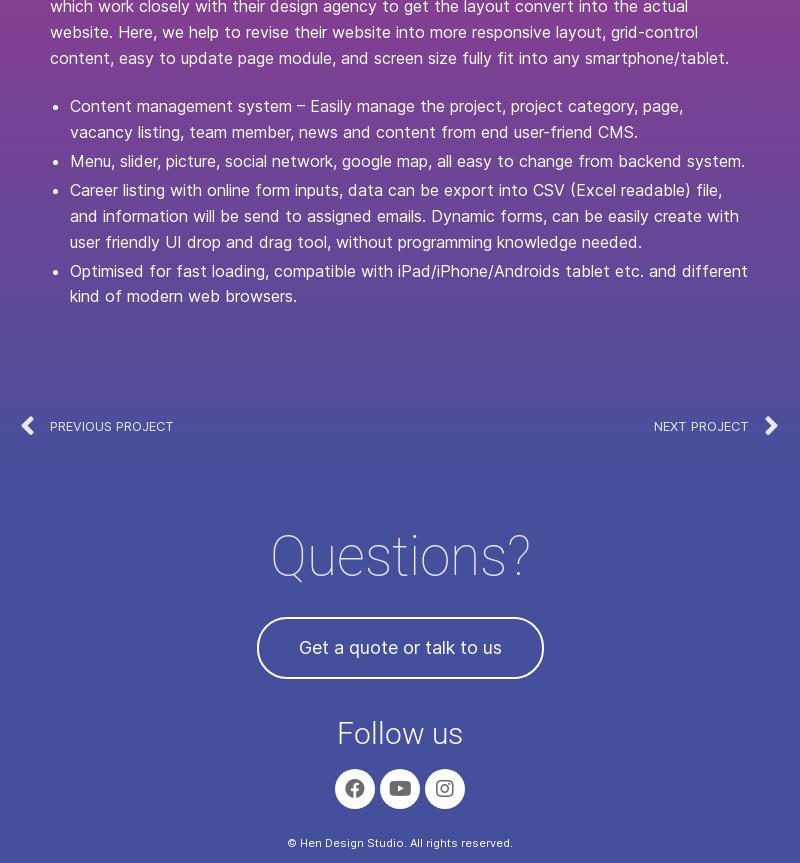 The height and width of the screenshot is (863, 800). What do you see at coordinates (404, 214) in the screenshot?
I see `'Career listing with online form inputs, data can be export into CSV (Excel readable) file, and information will be send to assigned emails. Dynamic forms, can be easily create with user friendly UI drop and drag tool, without programming knowledge needed.'` at bounding box center [404, 214].